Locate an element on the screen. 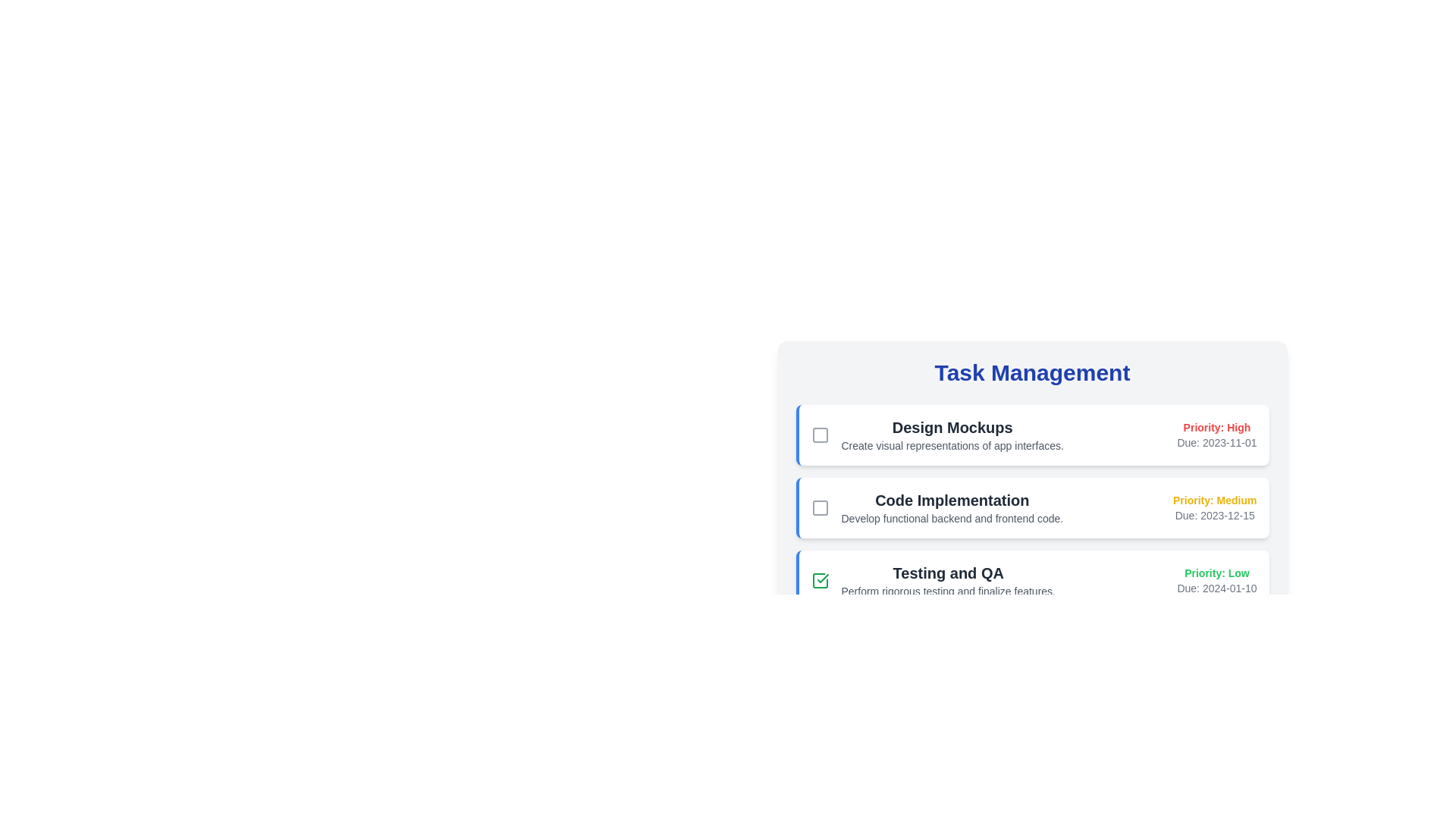 This screenshot has height=819, width=1456. the green checkbox with a checkmark located to the left of the 'Testing and QA' task item in the third row of the list within the 'Task Management' panel is located at coordinates (819, 580).